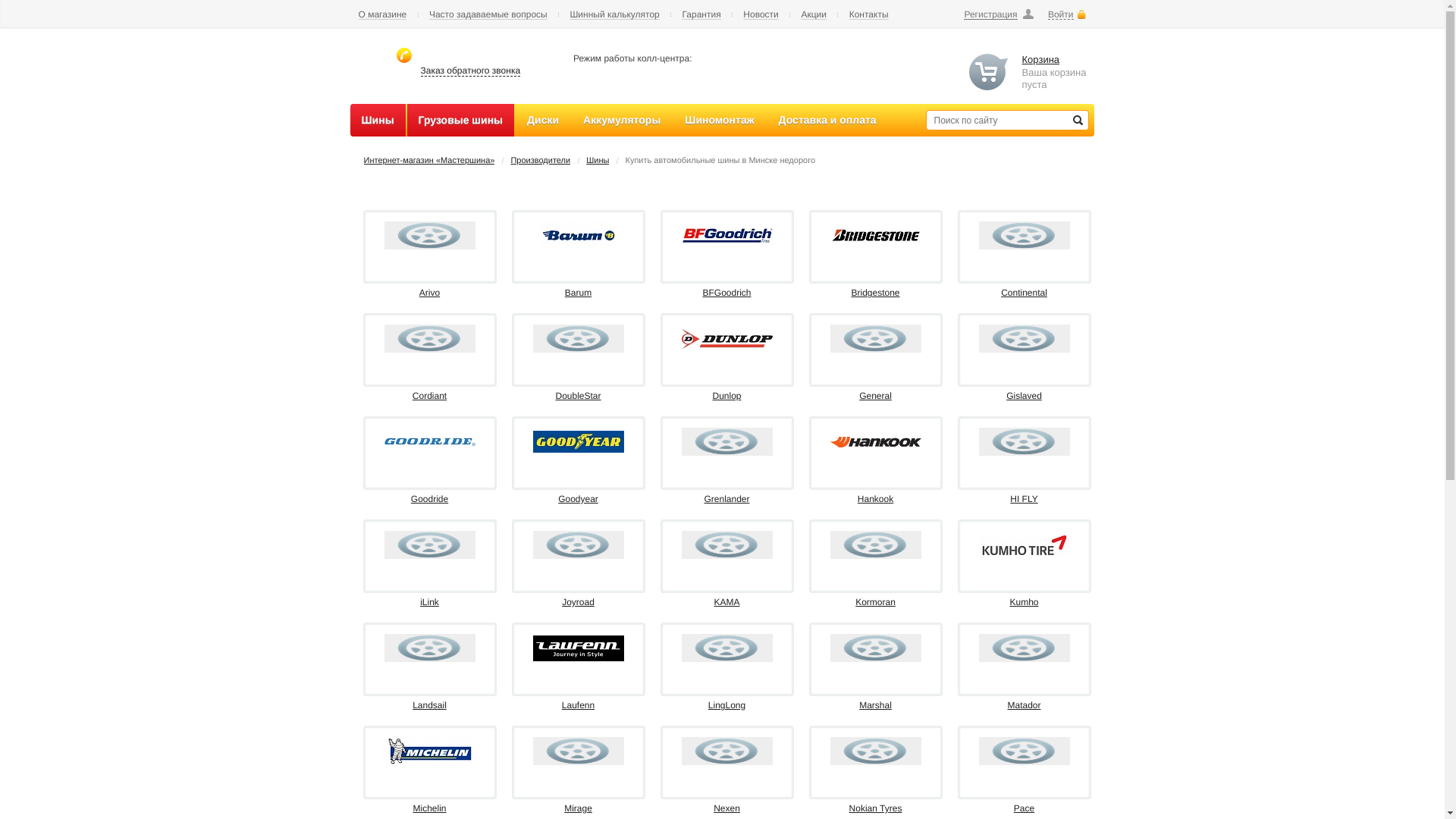  I want to click on 'Cordiant', so click(428, 394).